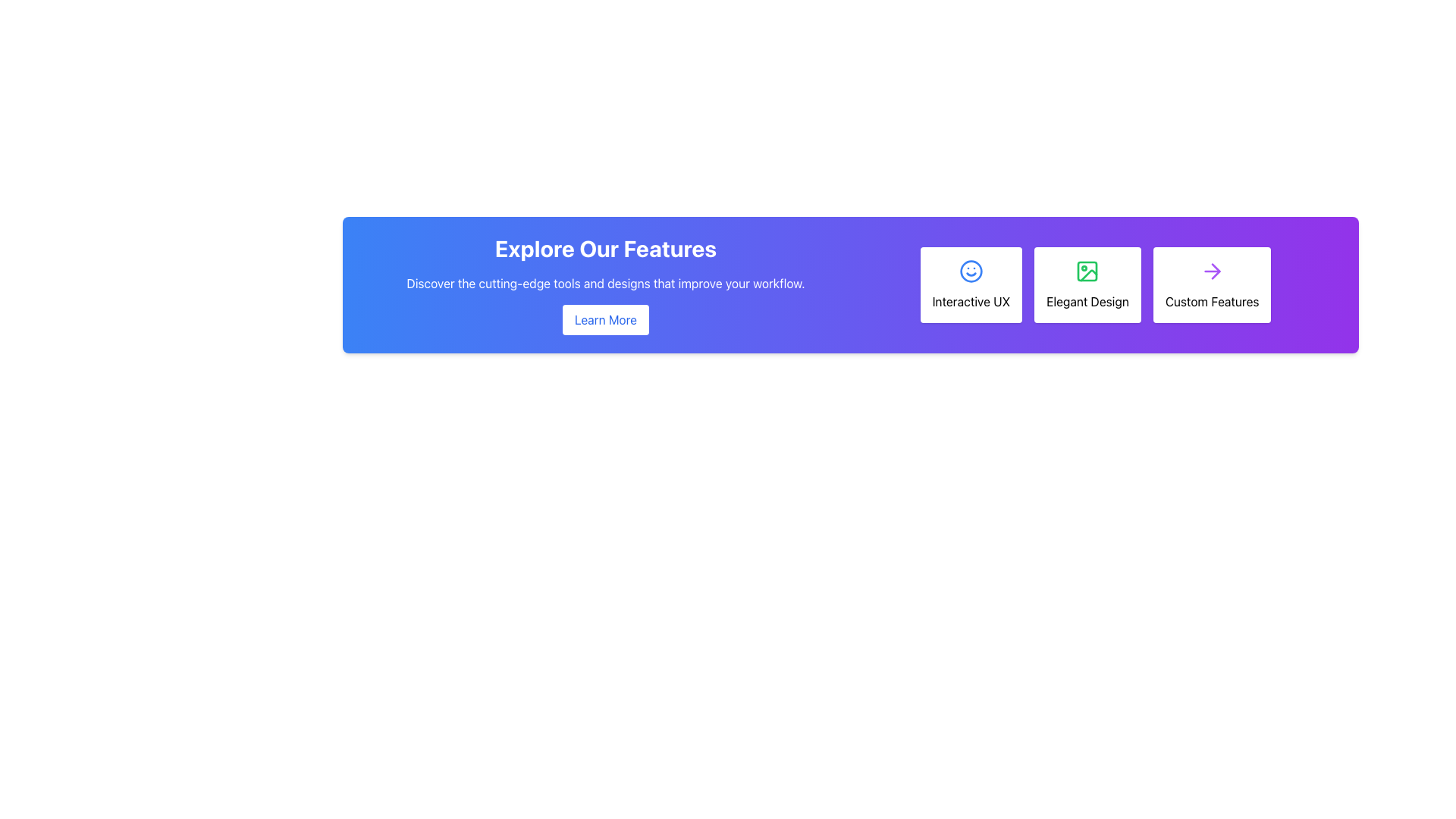  I want to click on the Informational Card which features a green icon of an image frame with a sun and the text 'Elegant Design' in bold, located between 'Interactive UX' and 'Custom Features', so click(1095, 284).